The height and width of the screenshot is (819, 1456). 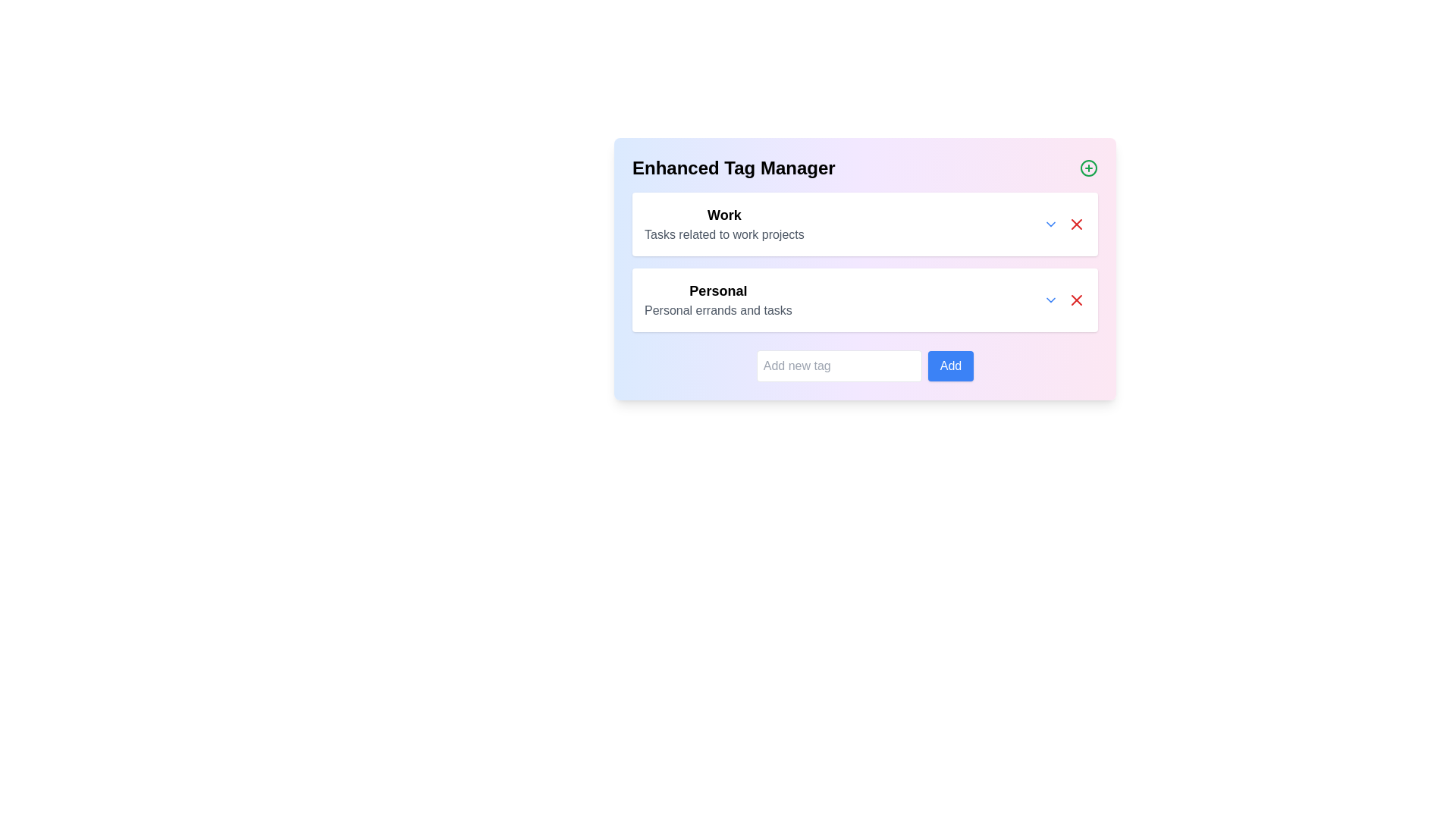 I want to click on the dropdown icons in the categorized listing area of the 'Enhanced Tag Manager', so click(x=865, y=262).